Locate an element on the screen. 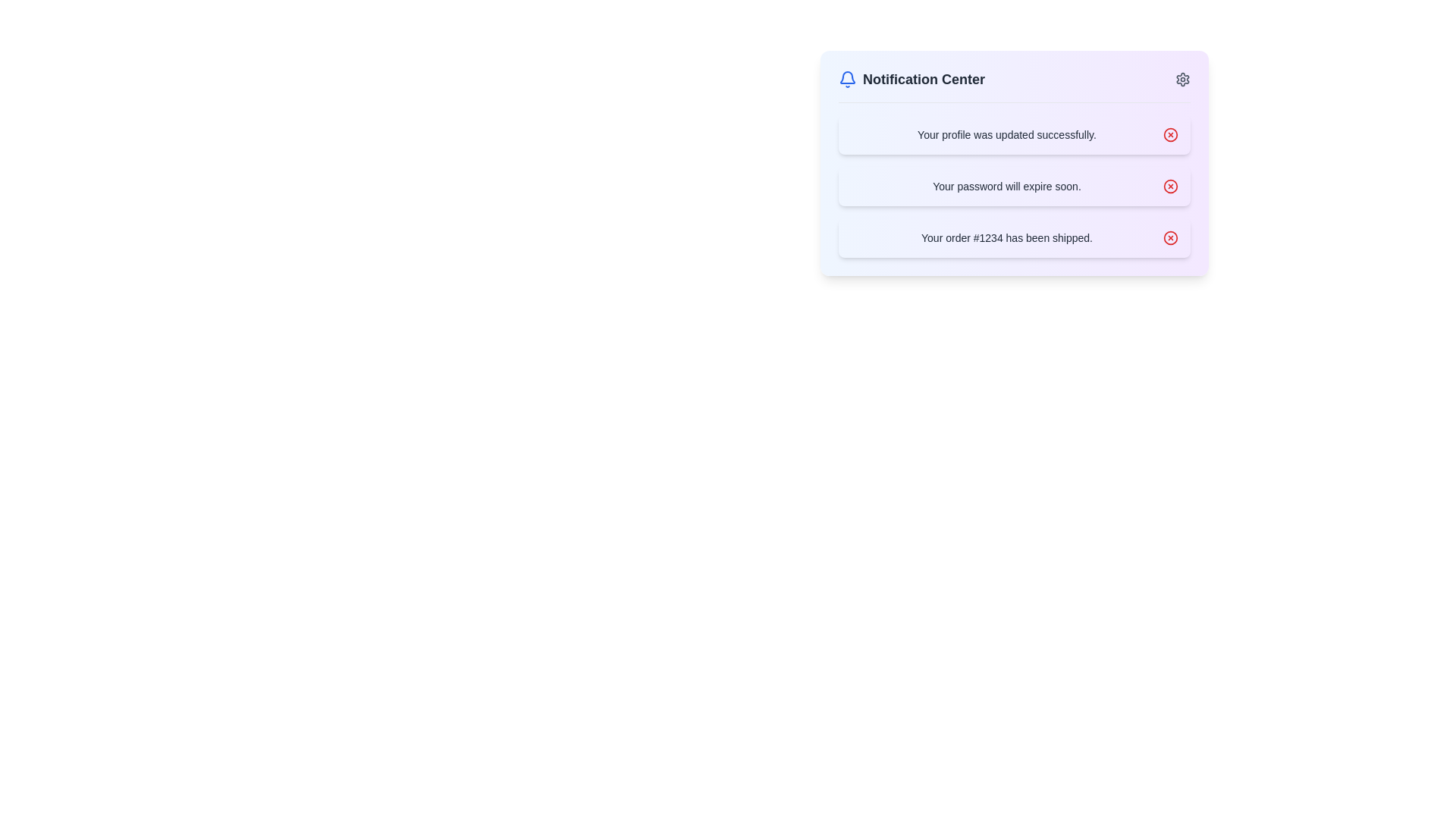  the Cancel/Dismiss icon button located to the right of the message text 'Your password will expire soon' in the Notification Center is located at coordinates (1170, 186).